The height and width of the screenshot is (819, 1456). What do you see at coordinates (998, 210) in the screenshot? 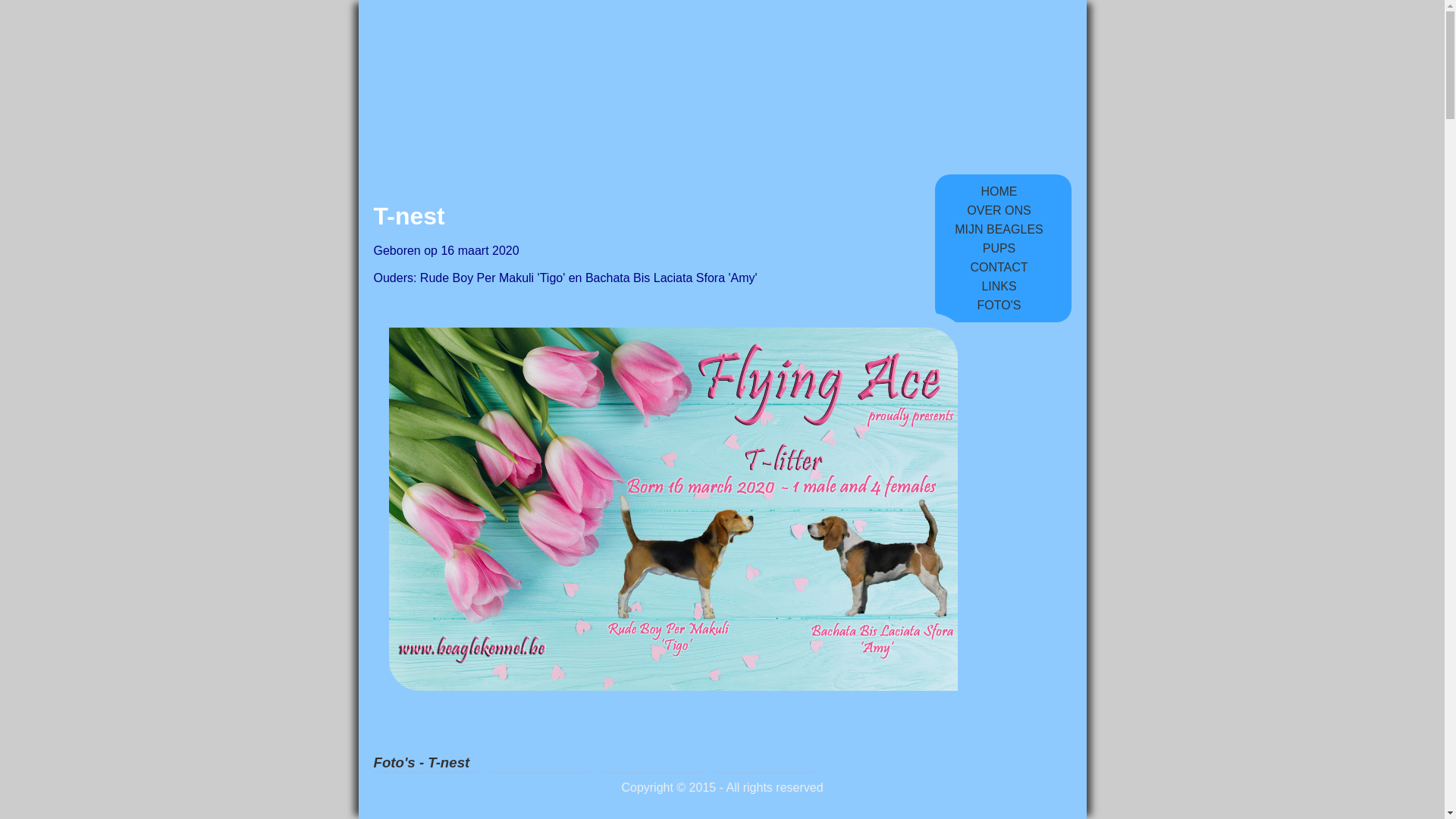
I see `'OVER ONS'` at bounding box center [998, 210].